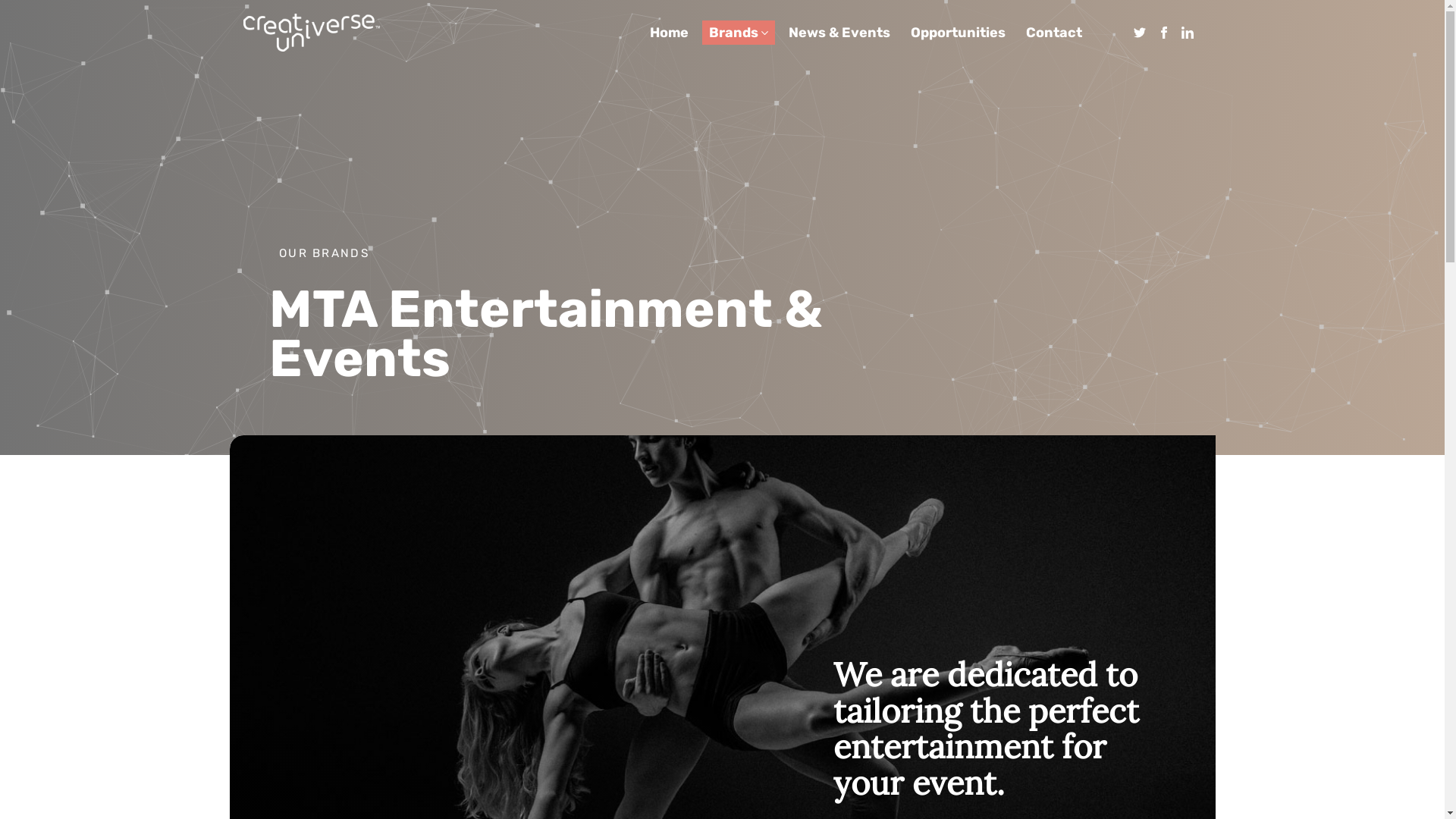 This screenshot has width=1456, height=819. What do you see at coordinates (1163, 33) in the screenshot?
I see `'Connect with us on Facebook'` at bounding box center [1163, 33].